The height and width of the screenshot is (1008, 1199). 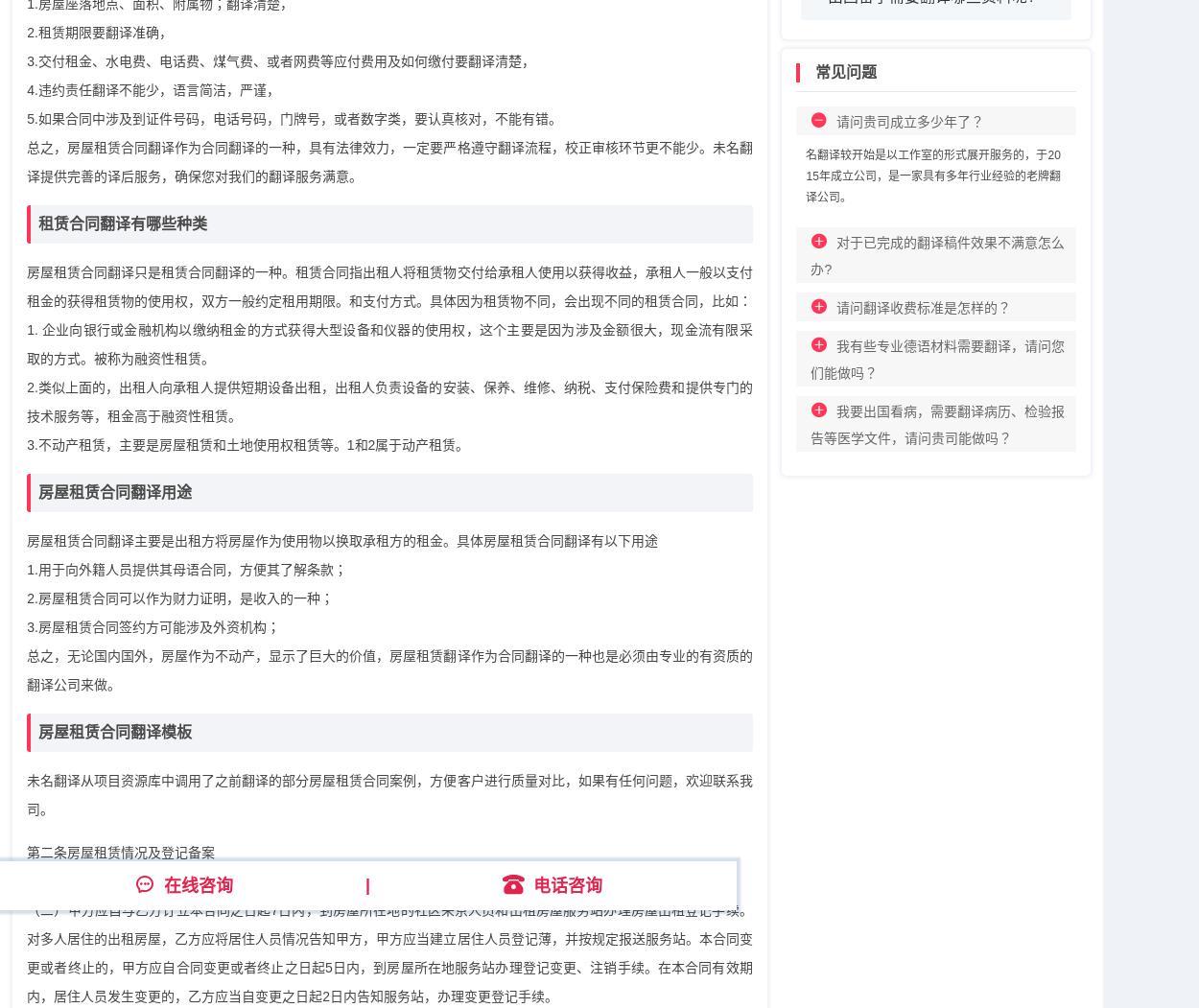 I want to click on '3.交付租金、水电费、电话费、煤气费、或者网费等应付费用及如何缴付要翻译清楚，', so click(x=280, y=59).